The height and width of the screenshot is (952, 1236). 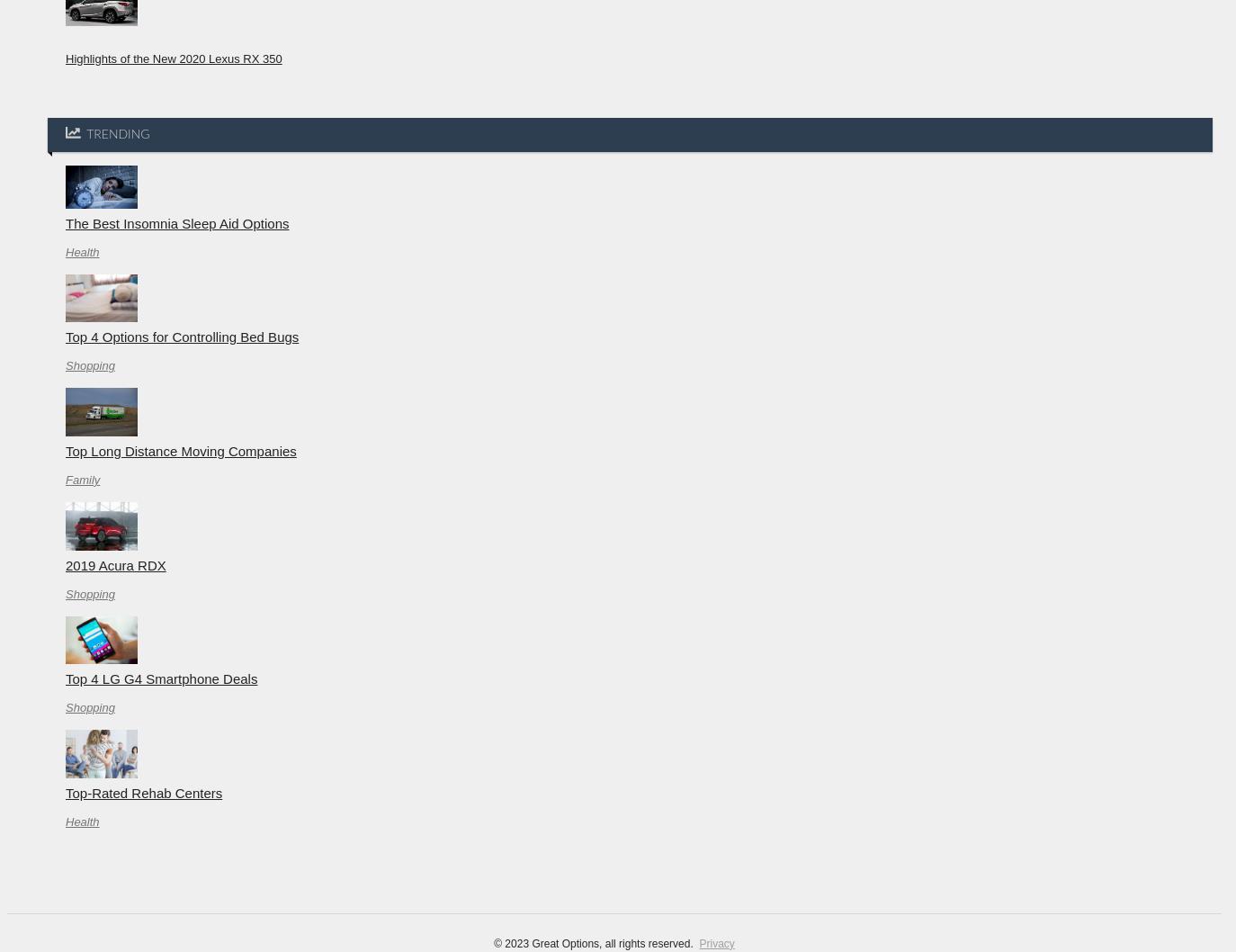 I want to click on 'Top-Rated Rehab Centers', so click(x=142, y=791).